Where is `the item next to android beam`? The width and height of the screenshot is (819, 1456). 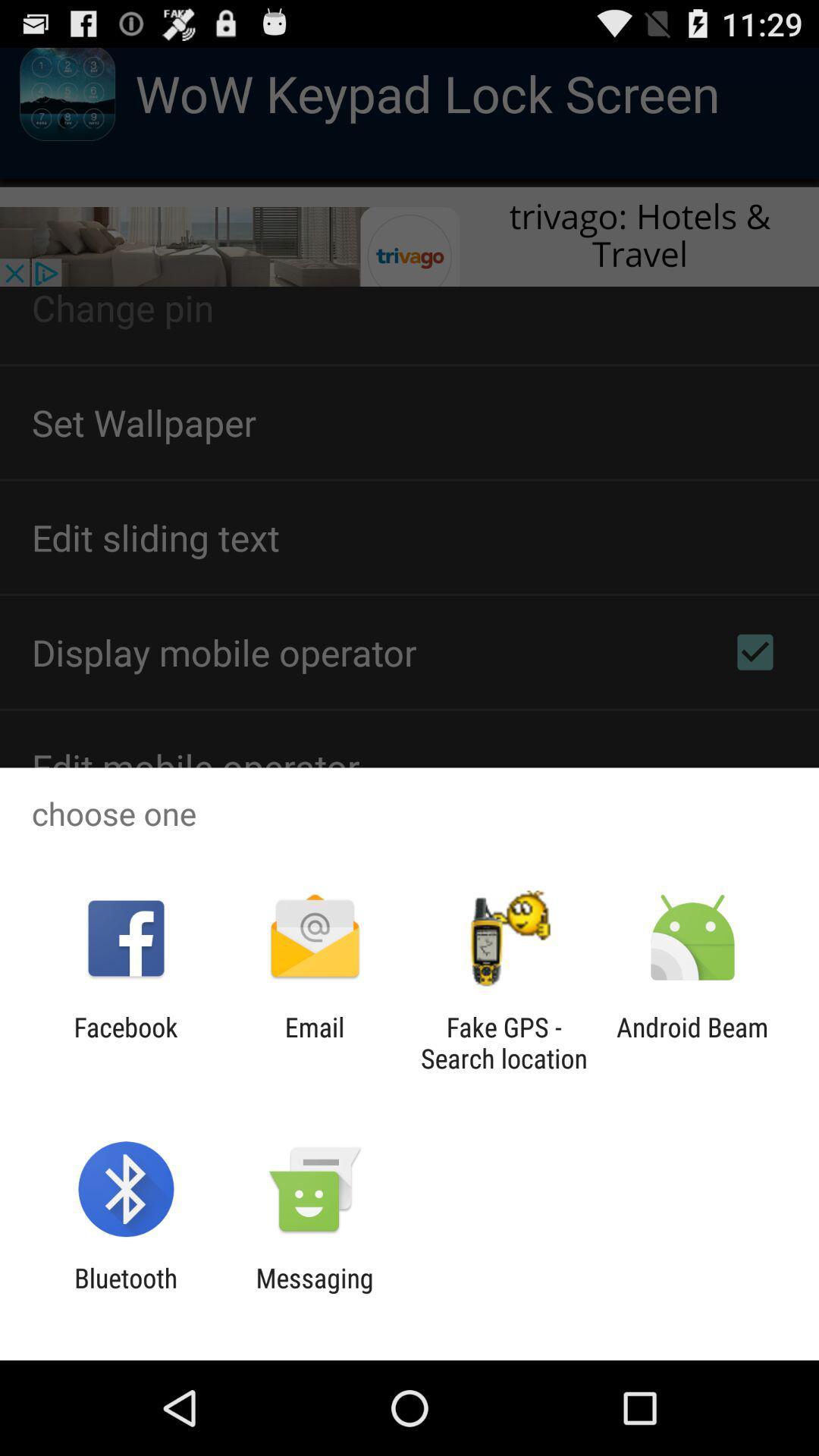 the item next to android beam is located at coordinates (504, 1042).